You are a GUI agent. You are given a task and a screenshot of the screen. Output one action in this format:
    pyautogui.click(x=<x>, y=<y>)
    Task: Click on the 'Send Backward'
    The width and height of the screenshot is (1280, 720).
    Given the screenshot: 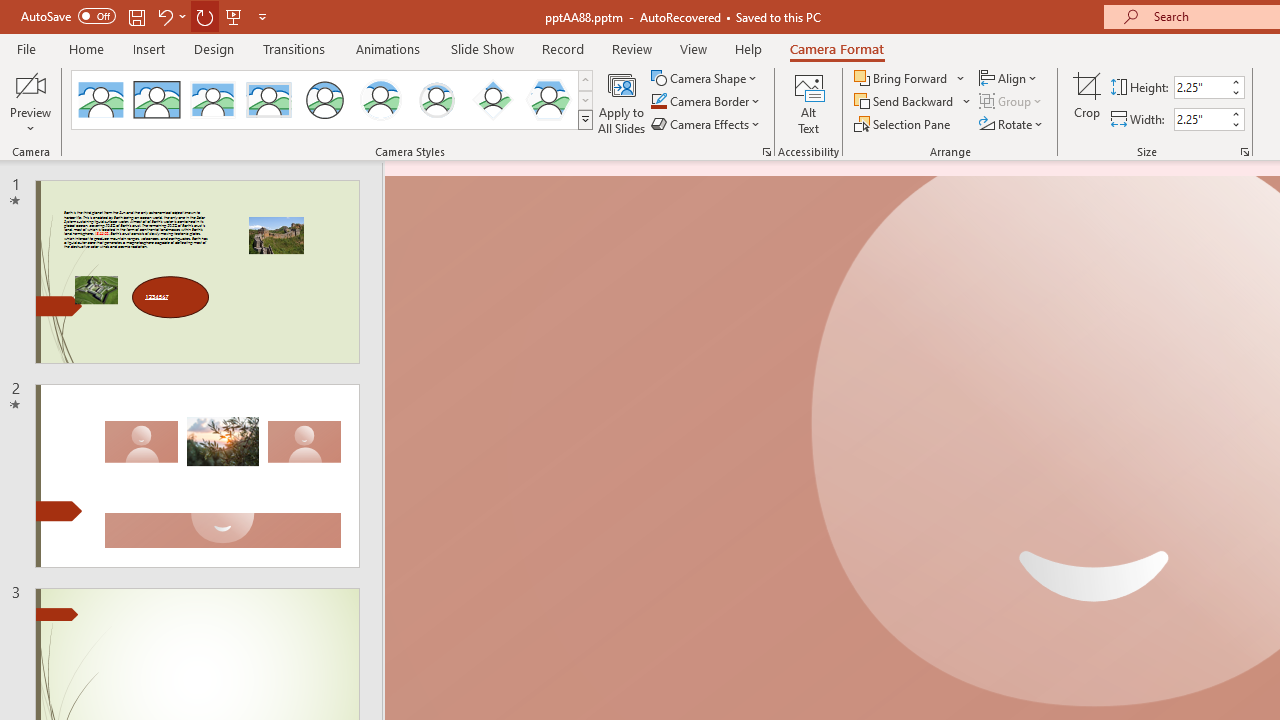 What is the action you would take?
    pyautogui.click(x=904, y=101)
    